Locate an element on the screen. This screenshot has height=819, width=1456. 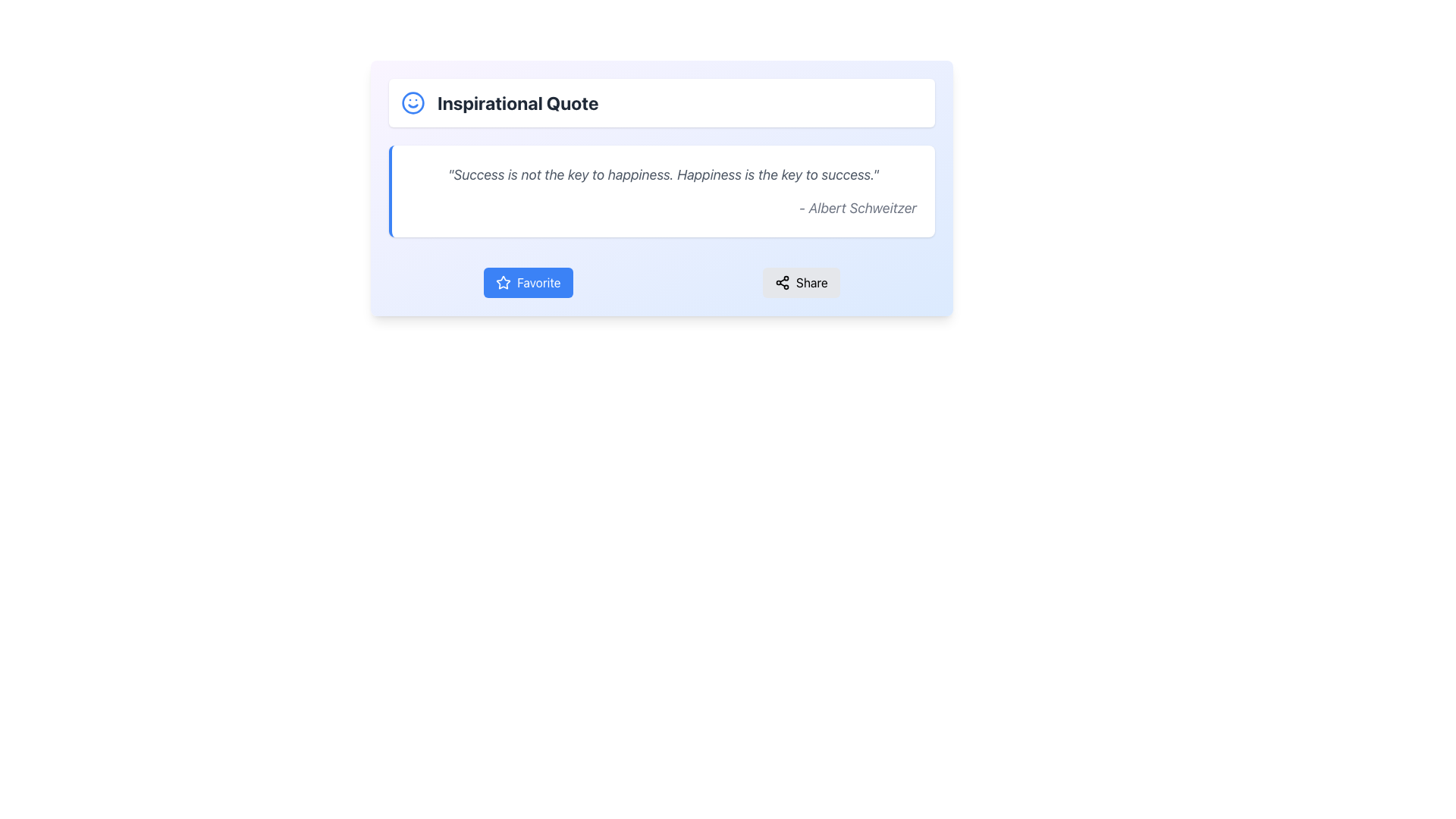
the star icon located on the left side of the 'Favorite' button to mark the associated content as a favorite is located at coordinates (504, 283).